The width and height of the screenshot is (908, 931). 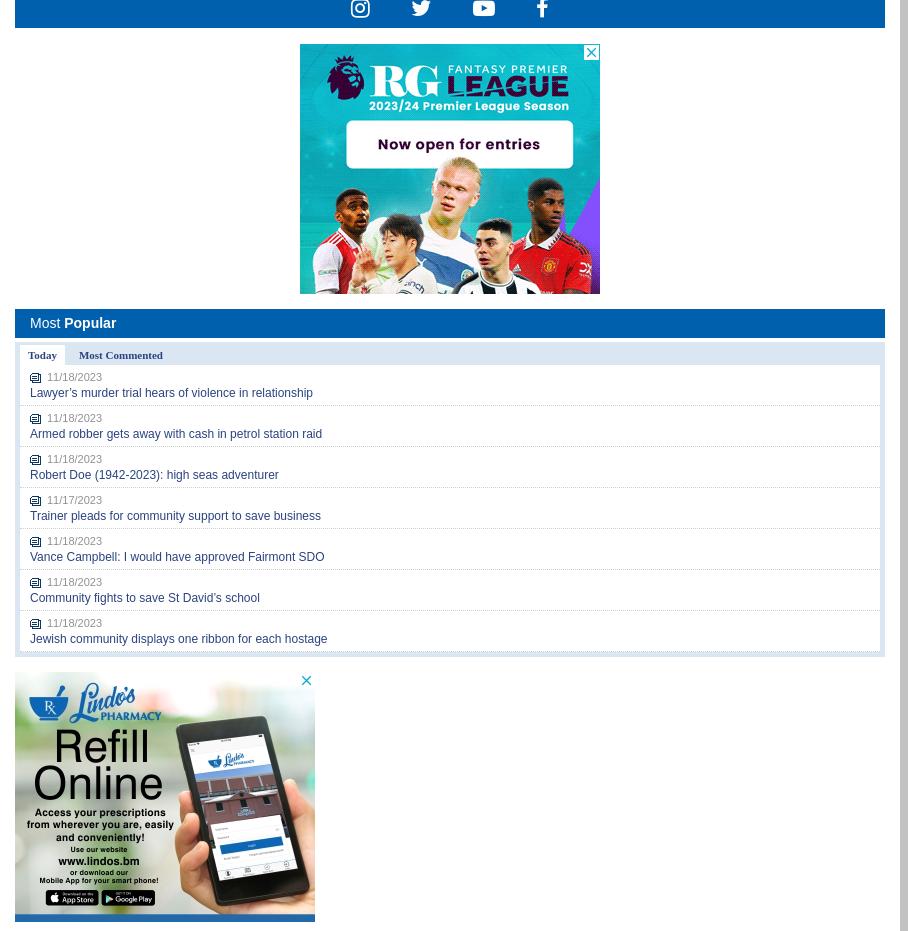 I want to click on 'Armed robber gets away with cash in petrol station raid', so click(x=174, y=433).